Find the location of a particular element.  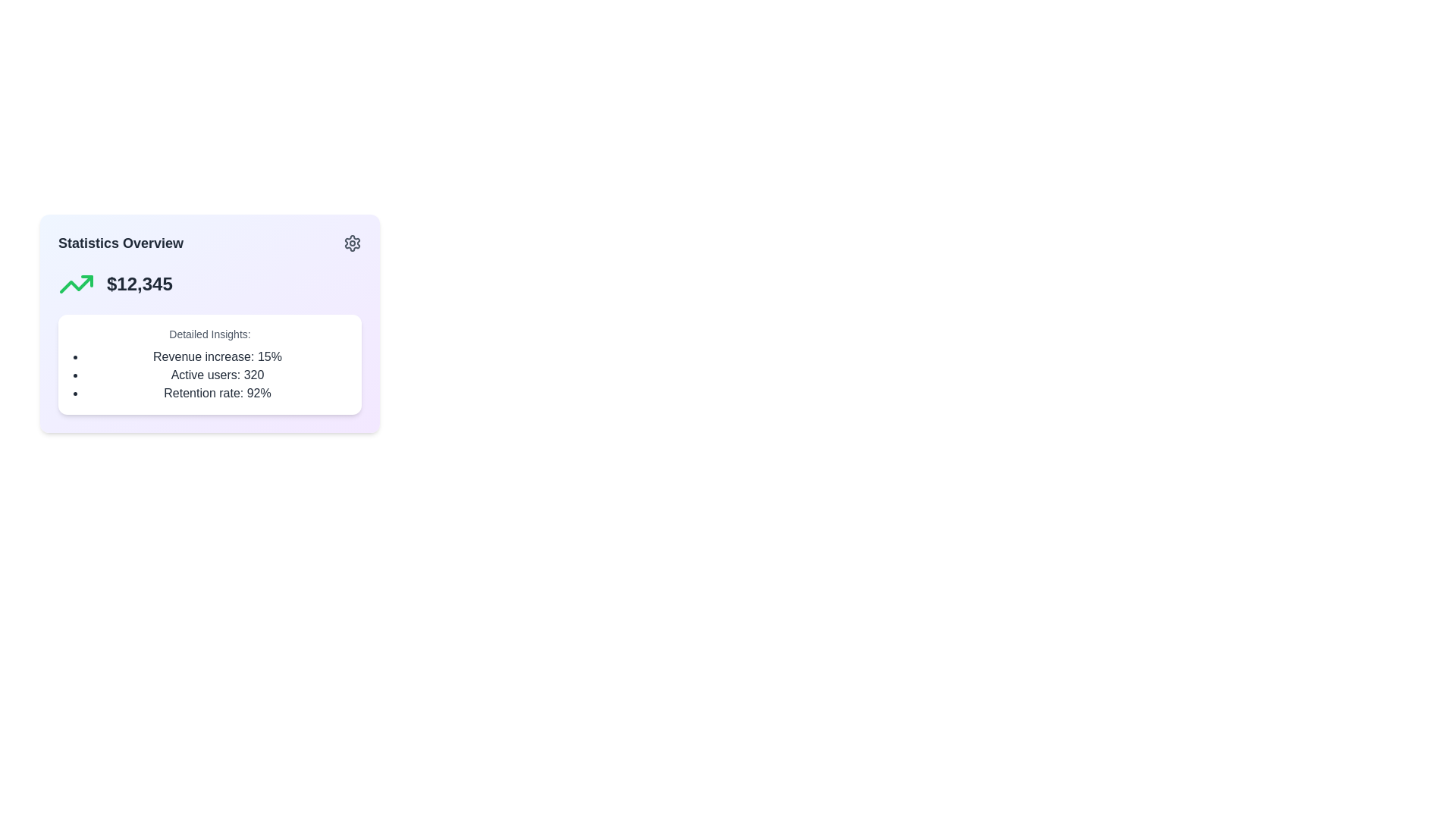

the static text label reading 'Retention rate: 92%' located within the 'Detailed Insights' section is located at coordinates (217, 393).